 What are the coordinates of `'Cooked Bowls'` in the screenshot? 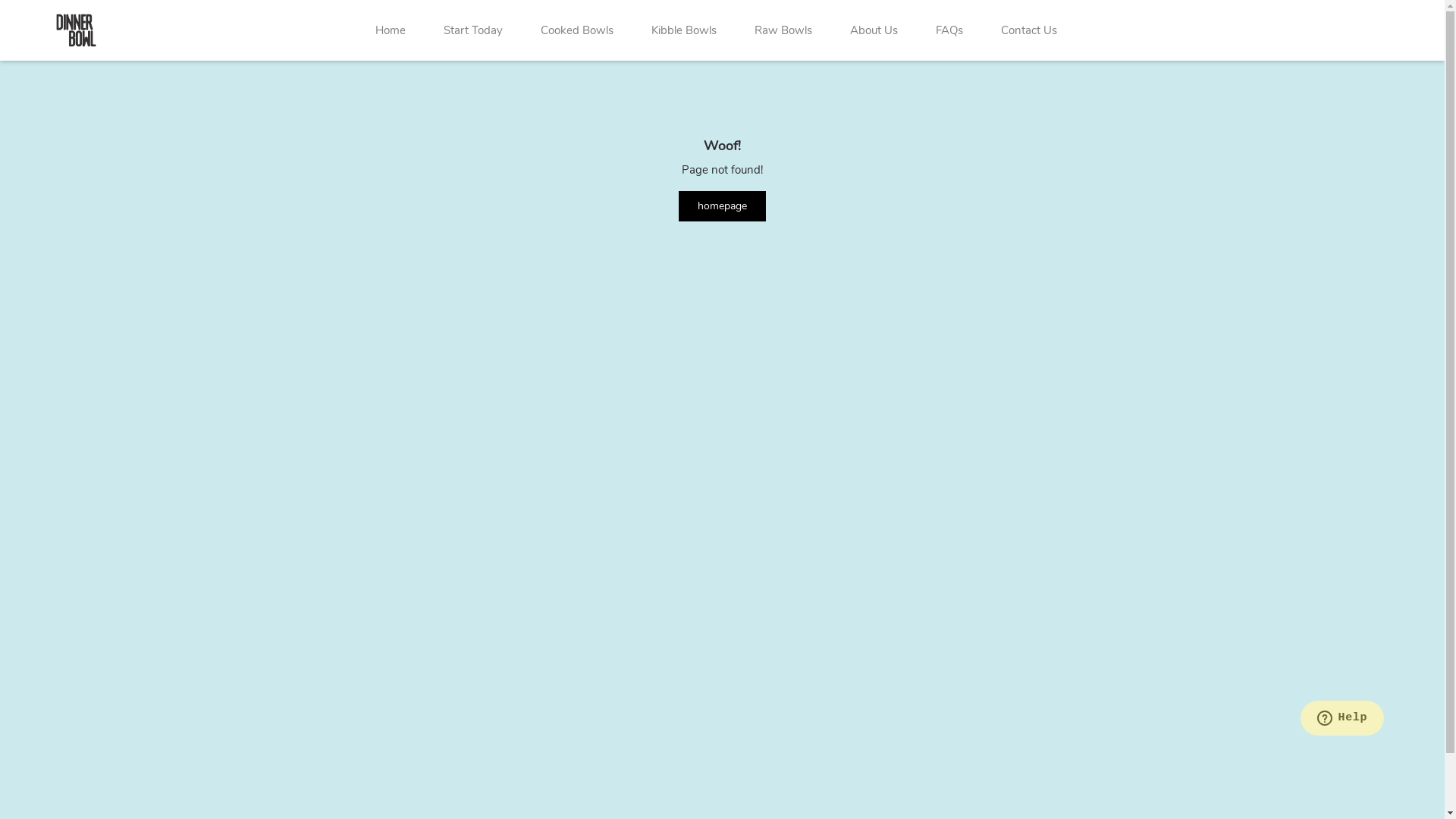 It's located at (541, 30).